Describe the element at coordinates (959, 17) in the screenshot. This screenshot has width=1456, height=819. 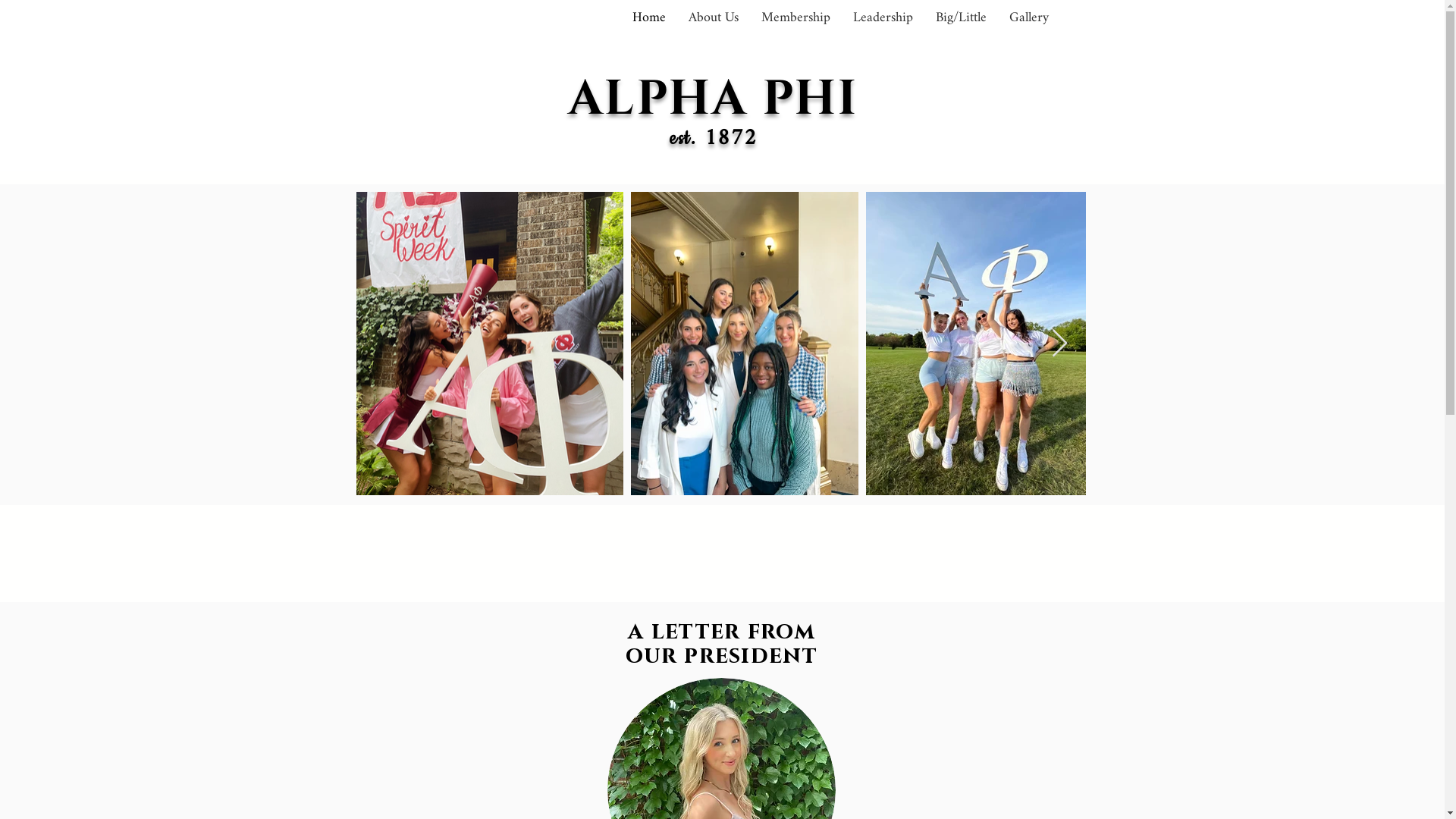
I see `'Big/Little'` at that location.